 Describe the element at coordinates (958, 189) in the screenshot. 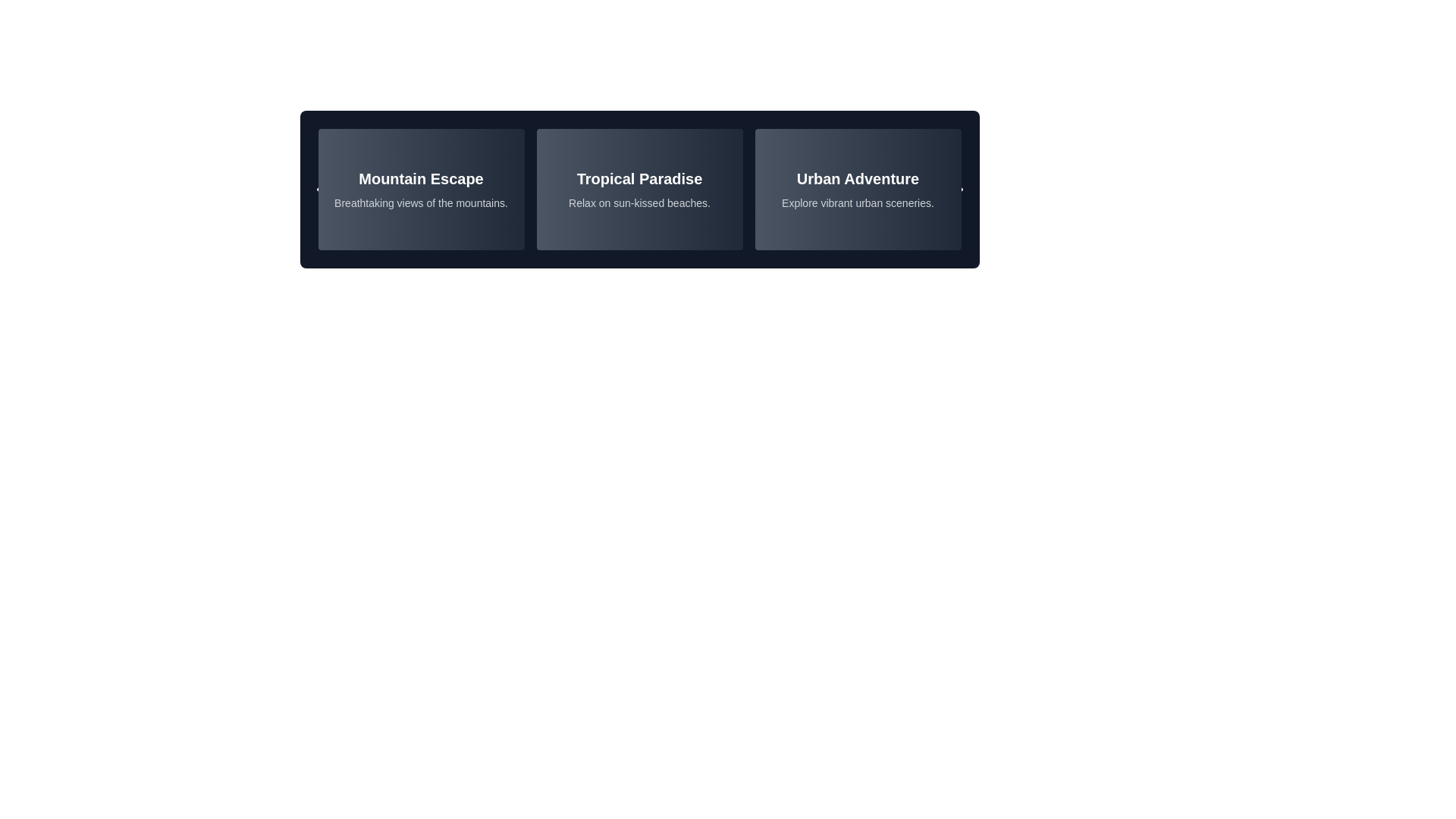

I see `the chevron-right arrow icon within the 'Urban Adventure' card` at that location.